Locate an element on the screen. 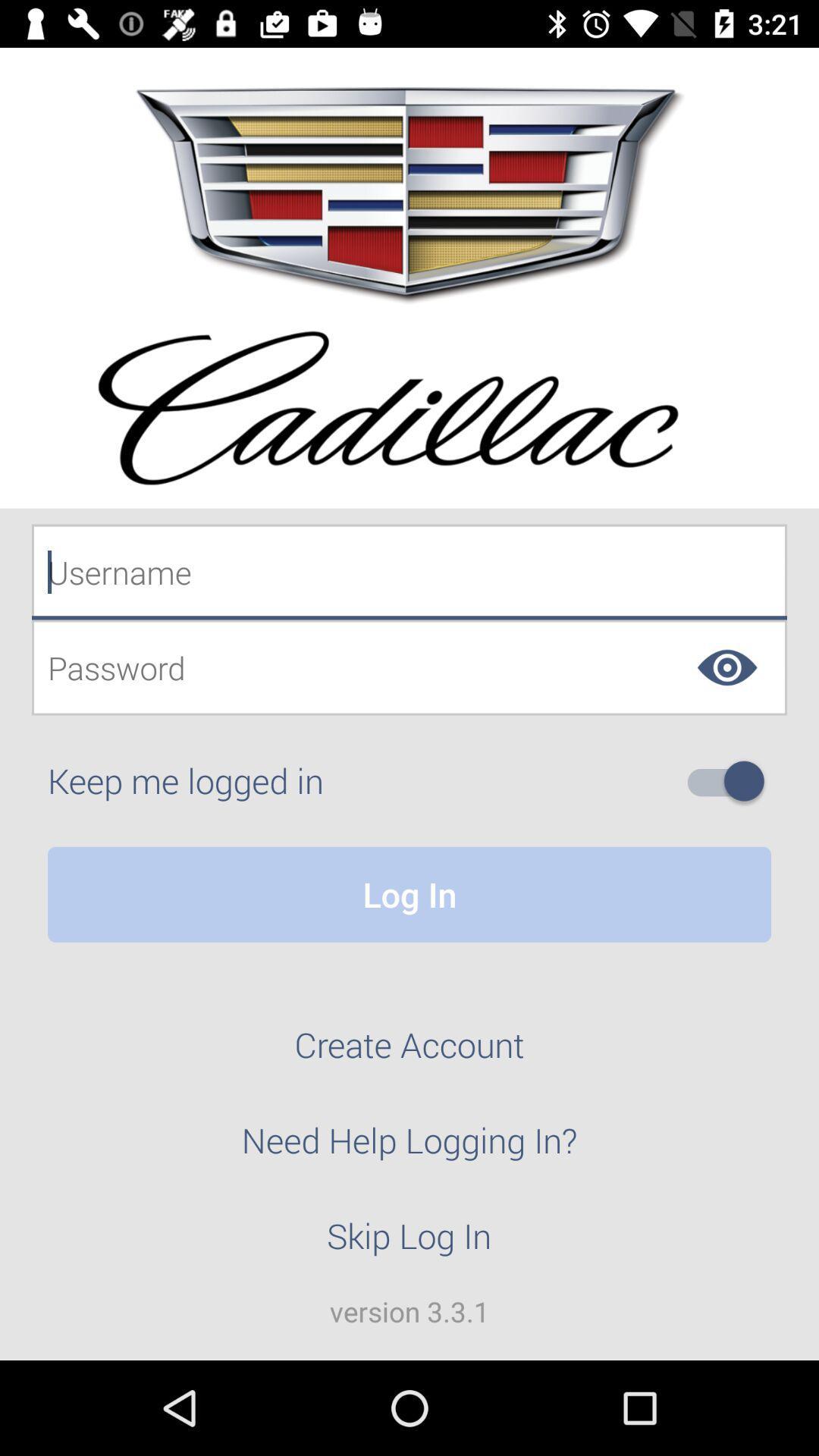 This screenshot has width=819, height=1456. item above keep me logged is located at coordinates (409, 667).